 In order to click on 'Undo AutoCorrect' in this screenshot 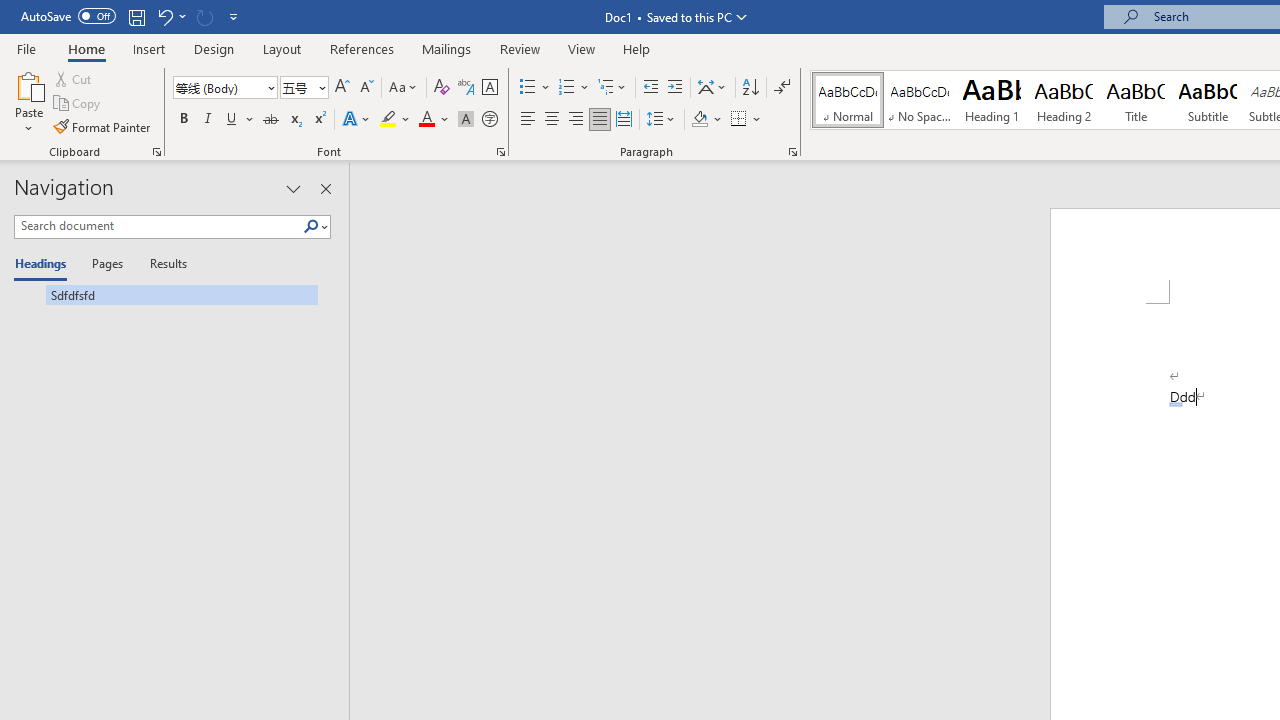, I will do `click(164, 16)`.